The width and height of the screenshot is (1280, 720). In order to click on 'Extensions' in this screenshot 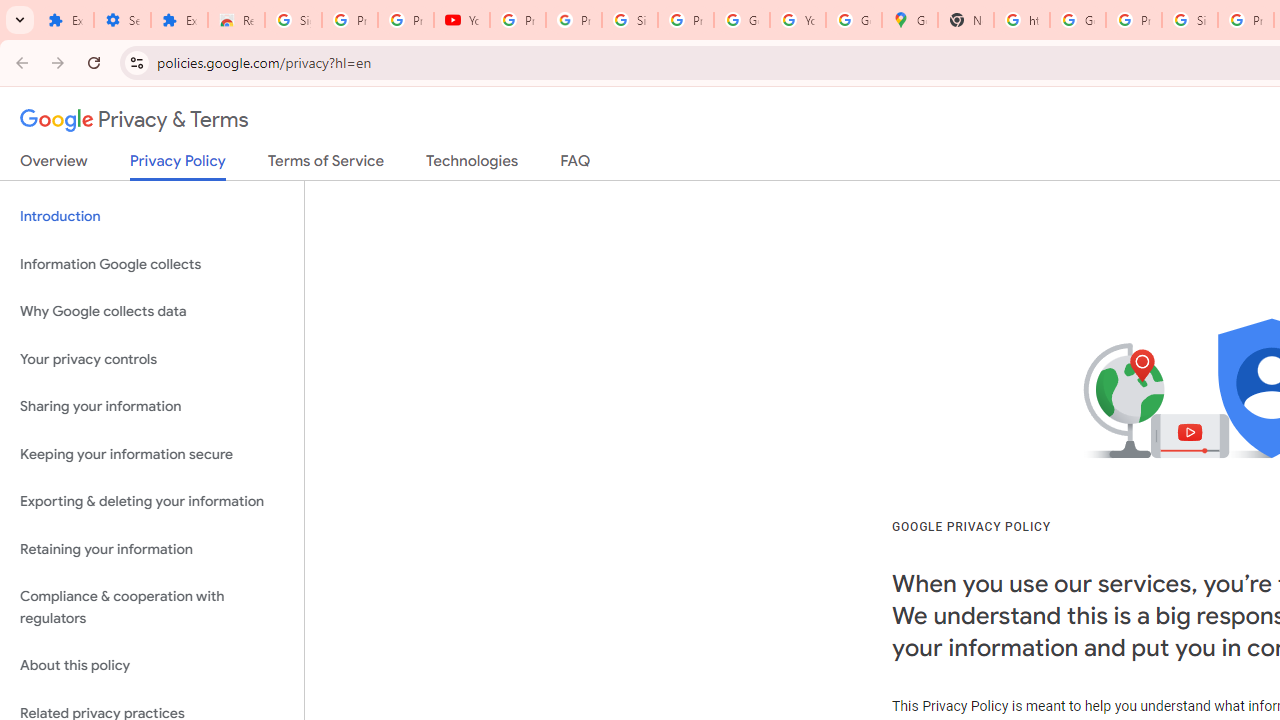, I will do `click(65, 20)`.